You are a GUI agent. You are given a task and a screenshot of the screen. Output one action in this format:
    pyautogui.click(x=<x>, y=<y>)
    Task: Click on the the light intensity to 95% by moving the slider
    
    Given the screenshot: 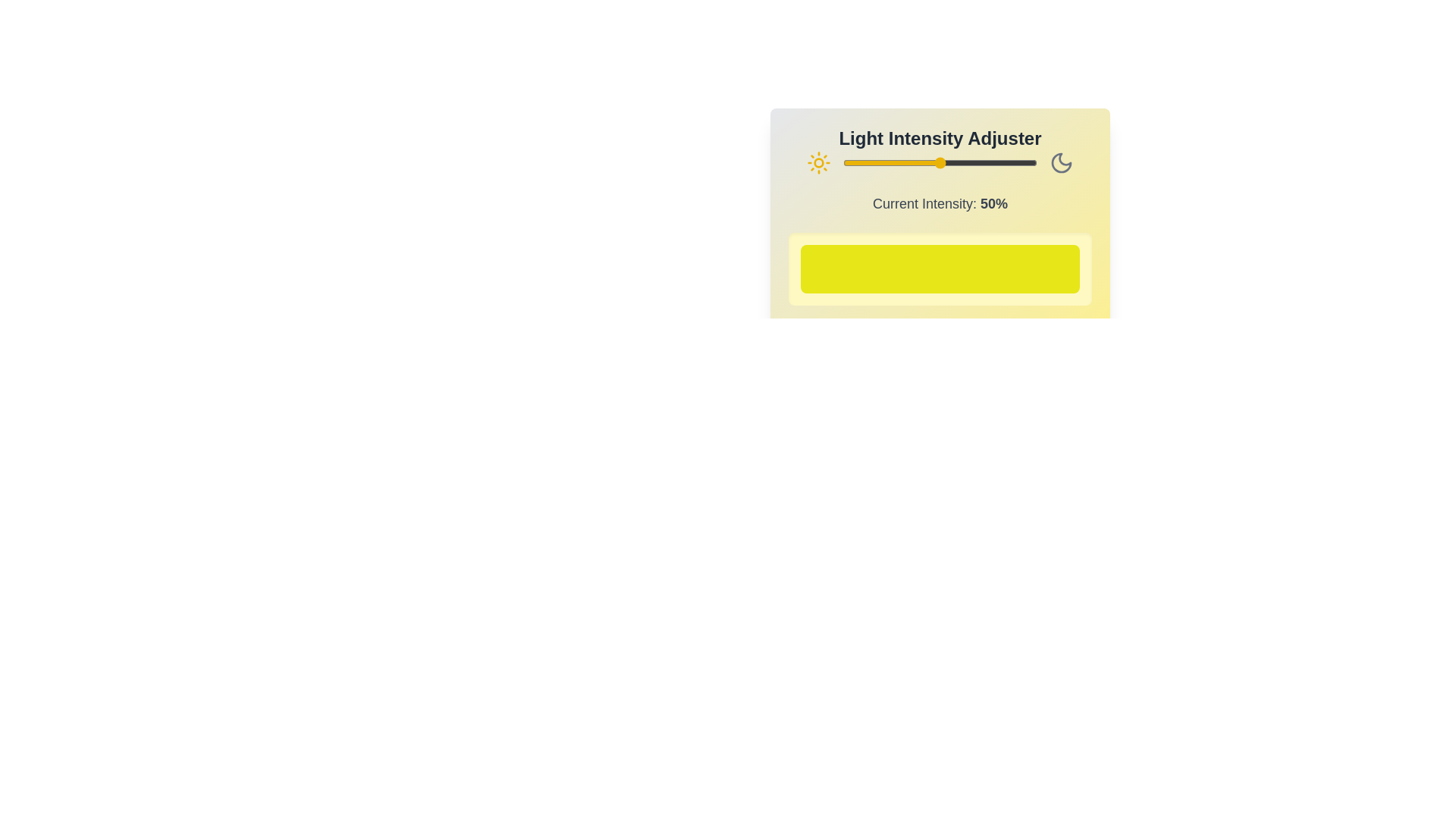 What is the action you would take?
    pyautogui.click(x=1028, y=163)
    